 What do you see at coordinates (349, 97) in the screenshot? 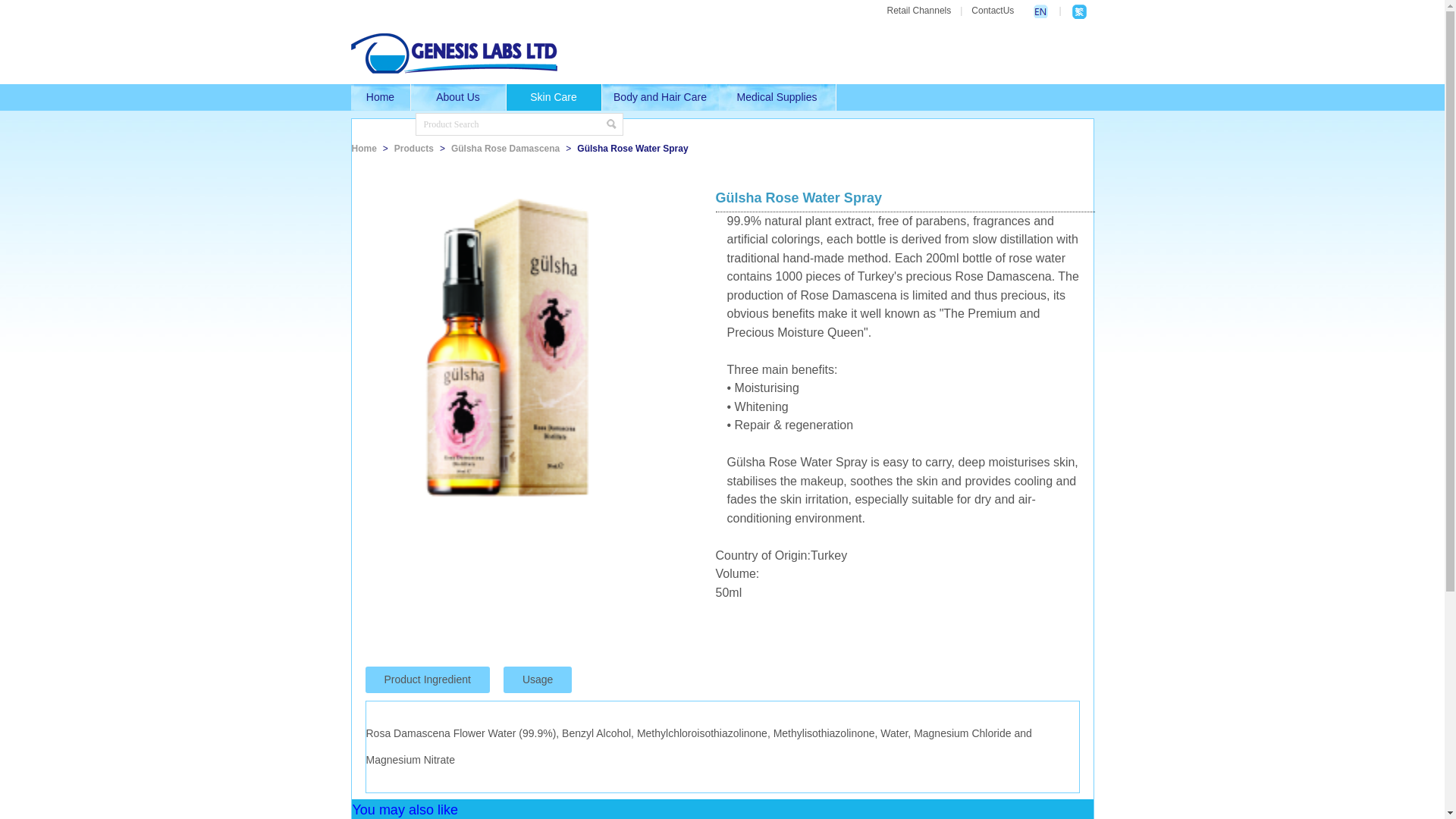
I see `'Home'` at bounding box center [349, 97].